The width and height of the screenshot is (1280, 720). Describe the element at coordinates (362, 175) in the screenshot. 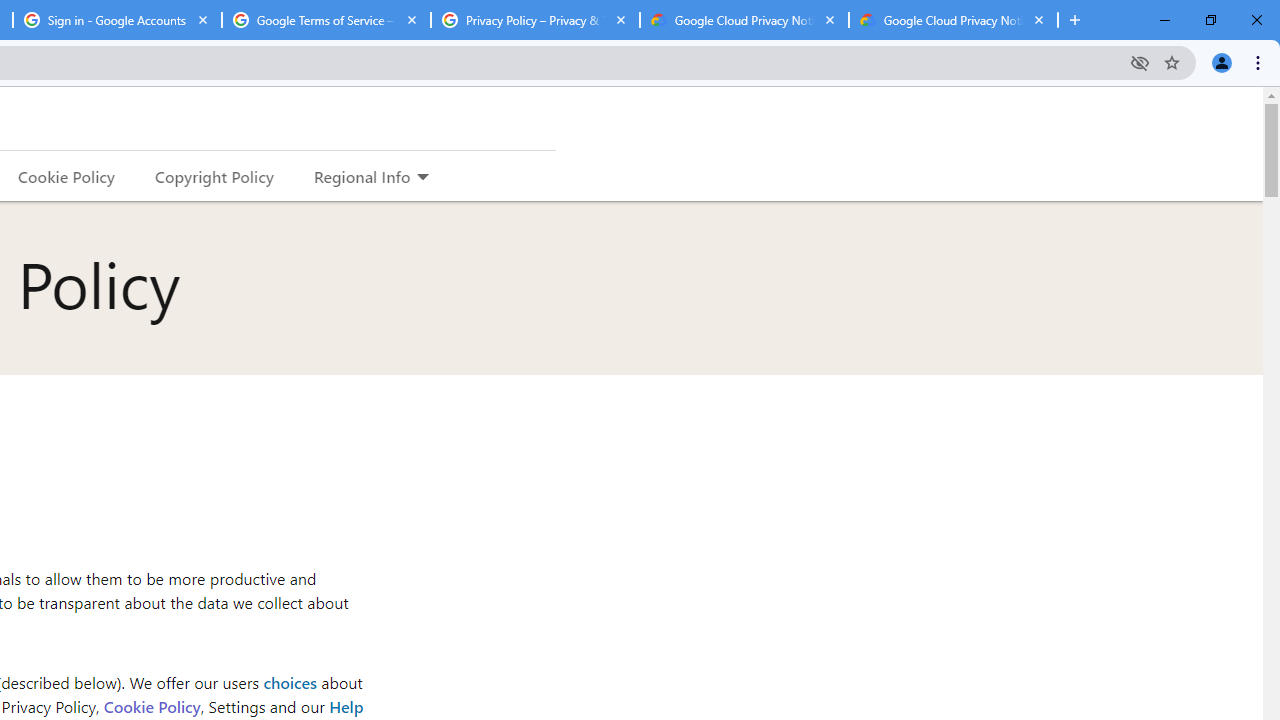

I see `'Regional Info'` at that location.